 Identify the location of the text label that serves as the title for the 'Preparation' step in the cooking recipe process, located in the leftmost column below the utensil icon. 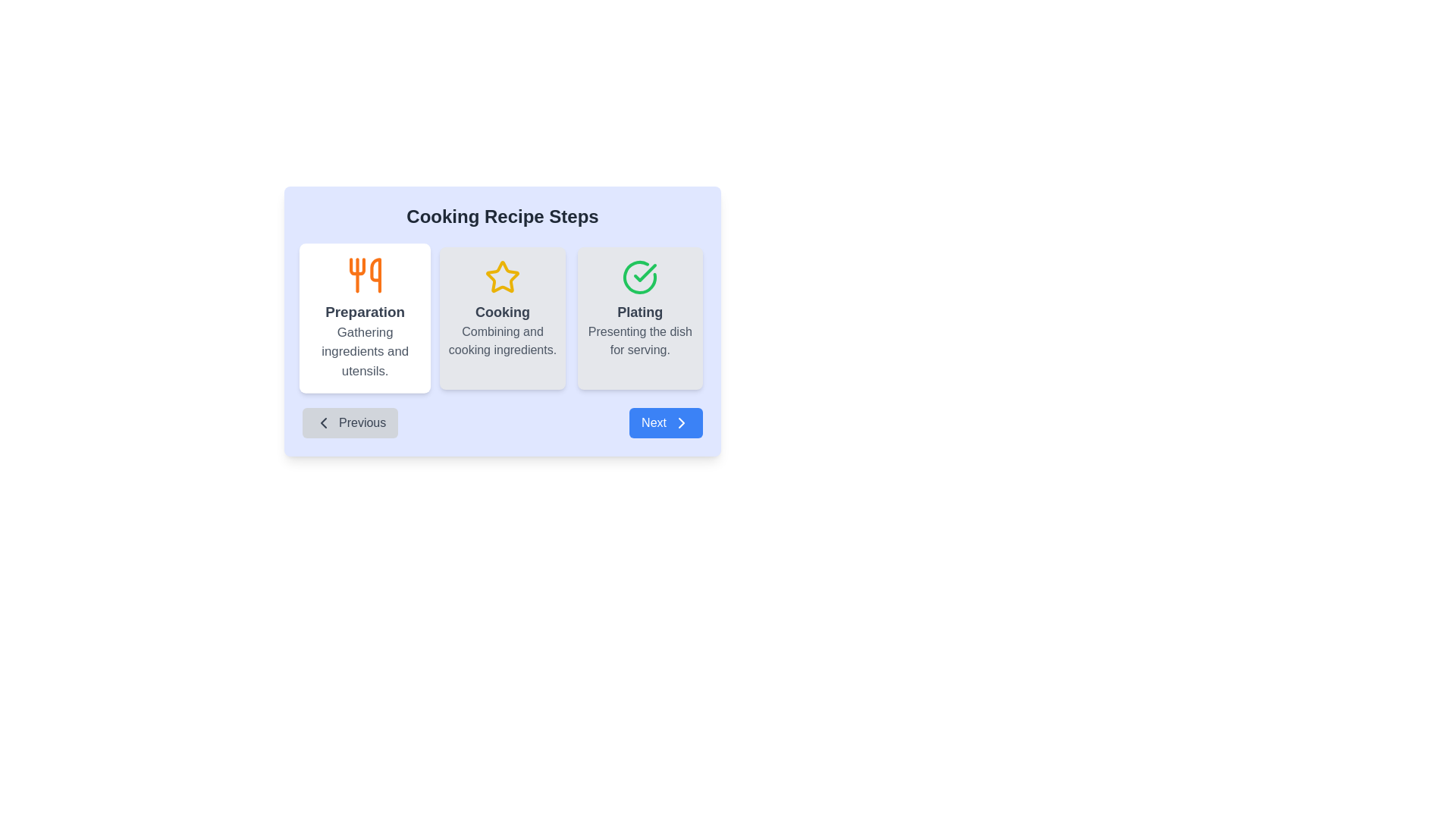
(365, 311).